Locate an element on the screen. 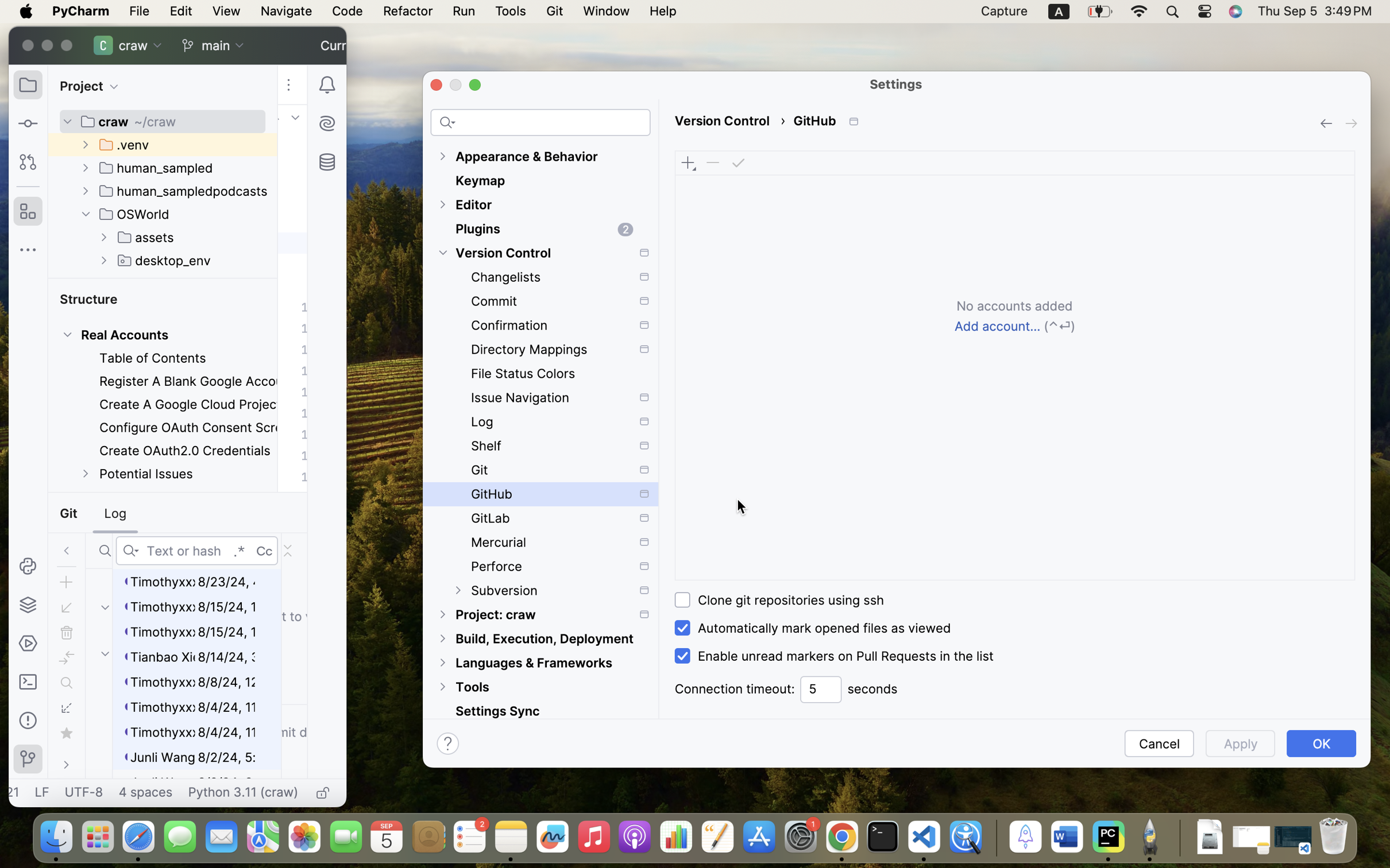 Image resolution: width=1390 pixels, height=868 pixels. '5' is located at coordinates (820, 689).